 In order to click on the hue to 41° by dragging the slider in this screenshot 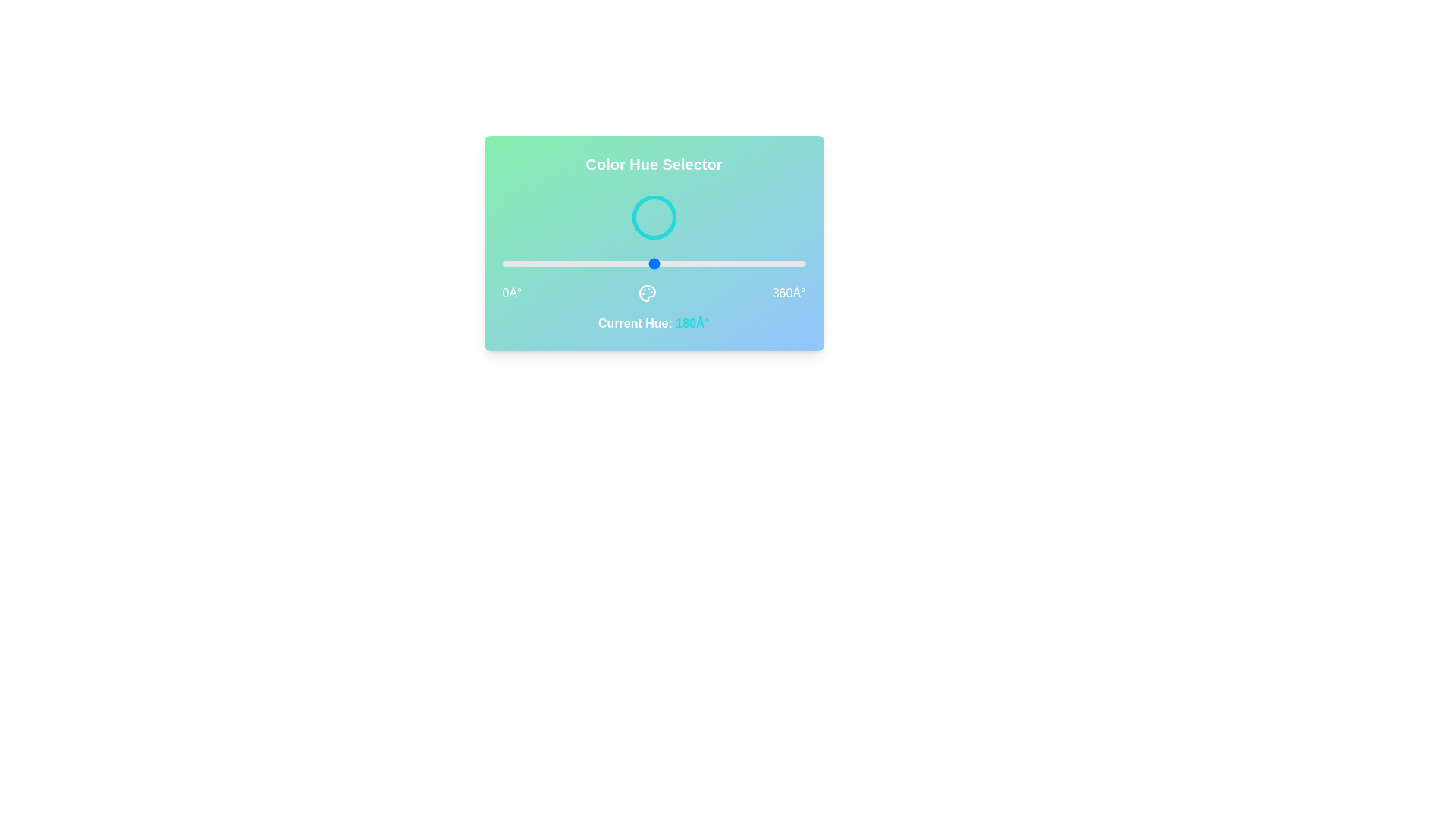, I will do `click(537, 262)`.